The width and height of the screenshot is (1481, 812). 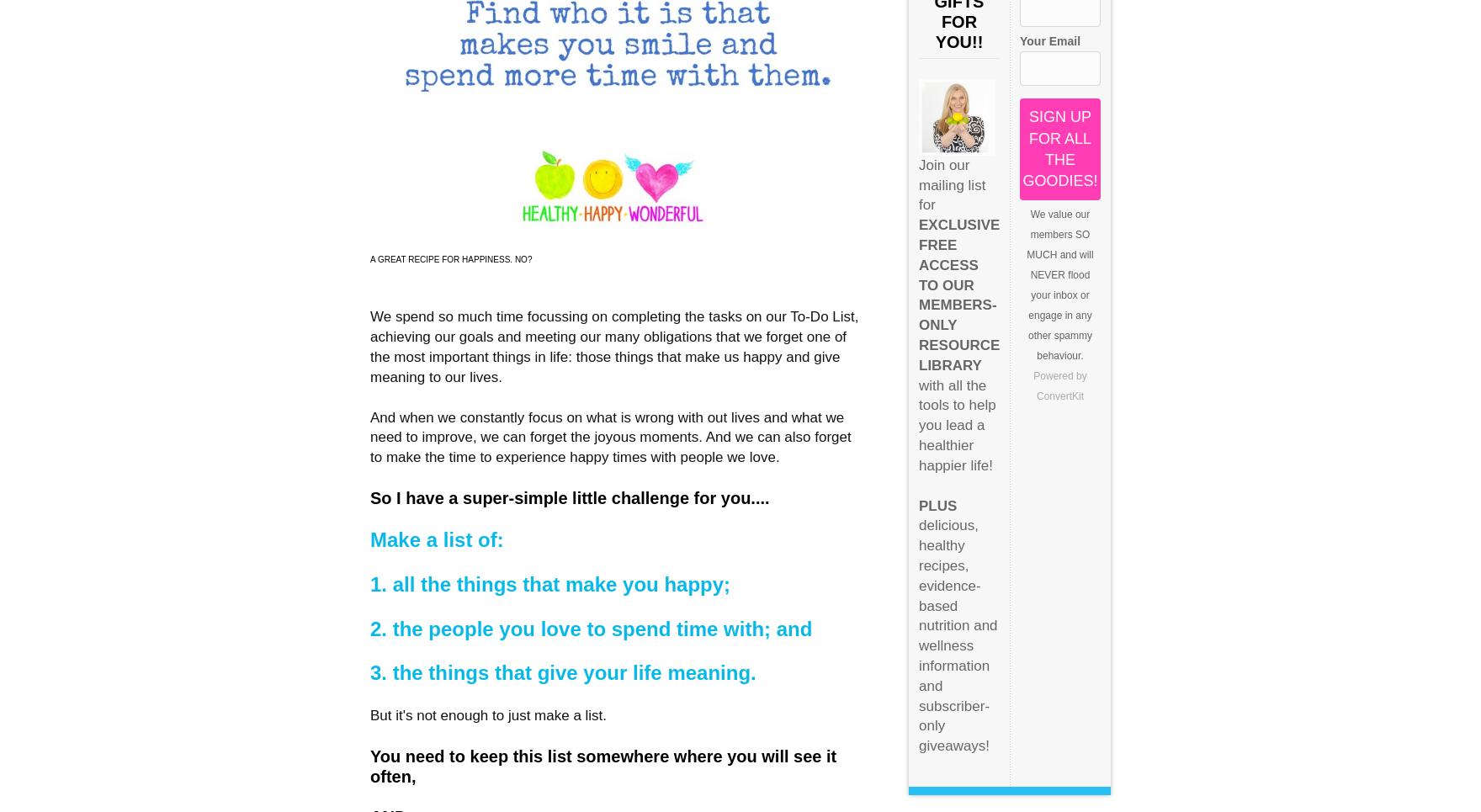 What do you see at coordinates (553, 582) in the screenshot?
I see `'1. all the things that make you happy;'` at bounding box center [553, 582].